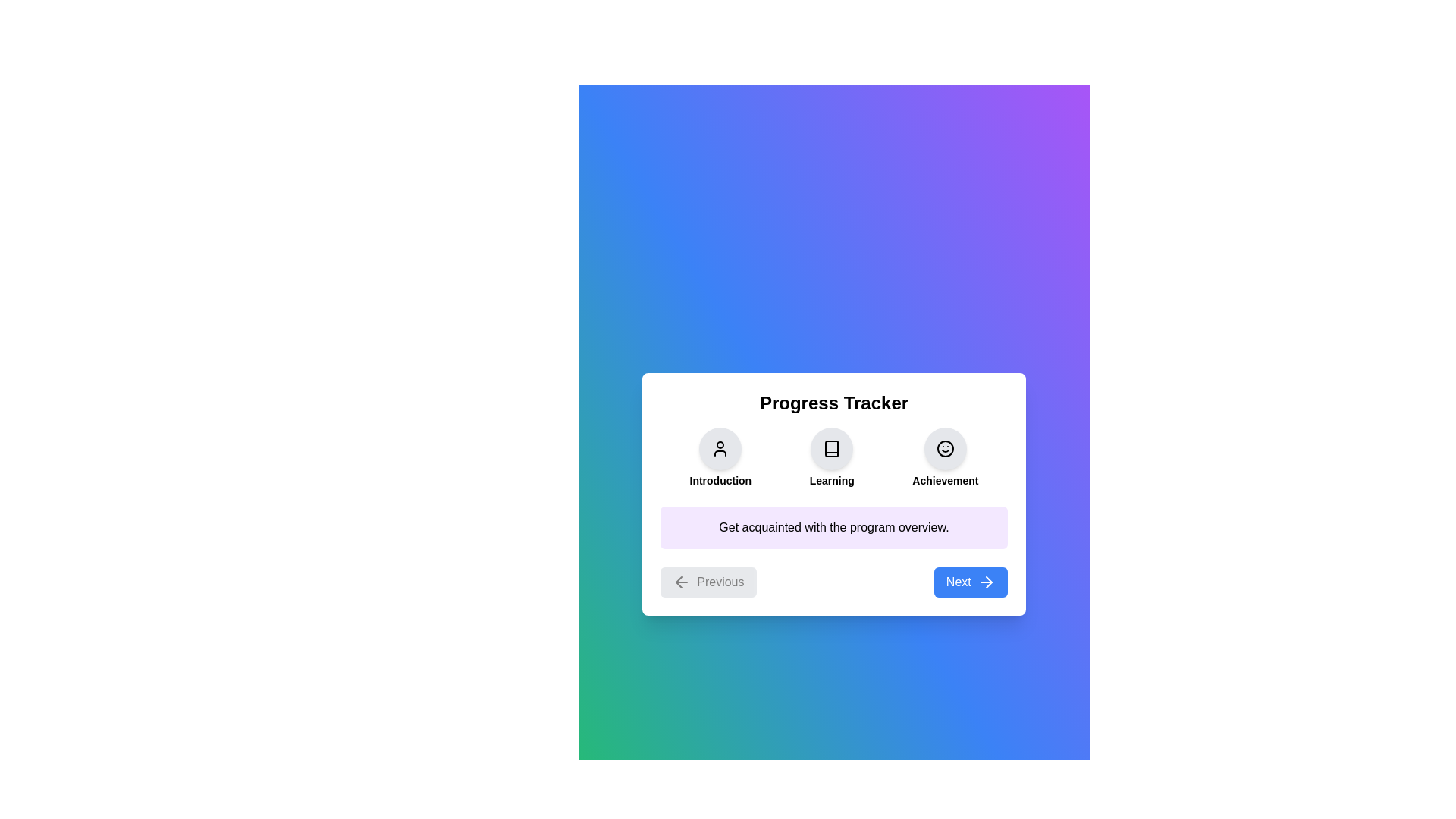 The height and width of the screenshot is (819, 1456). What do you see at coordinates (833, 494) in the screenshot?
I see `the background gradient to initiate a visual interaction` at bounding box center [833, 494].